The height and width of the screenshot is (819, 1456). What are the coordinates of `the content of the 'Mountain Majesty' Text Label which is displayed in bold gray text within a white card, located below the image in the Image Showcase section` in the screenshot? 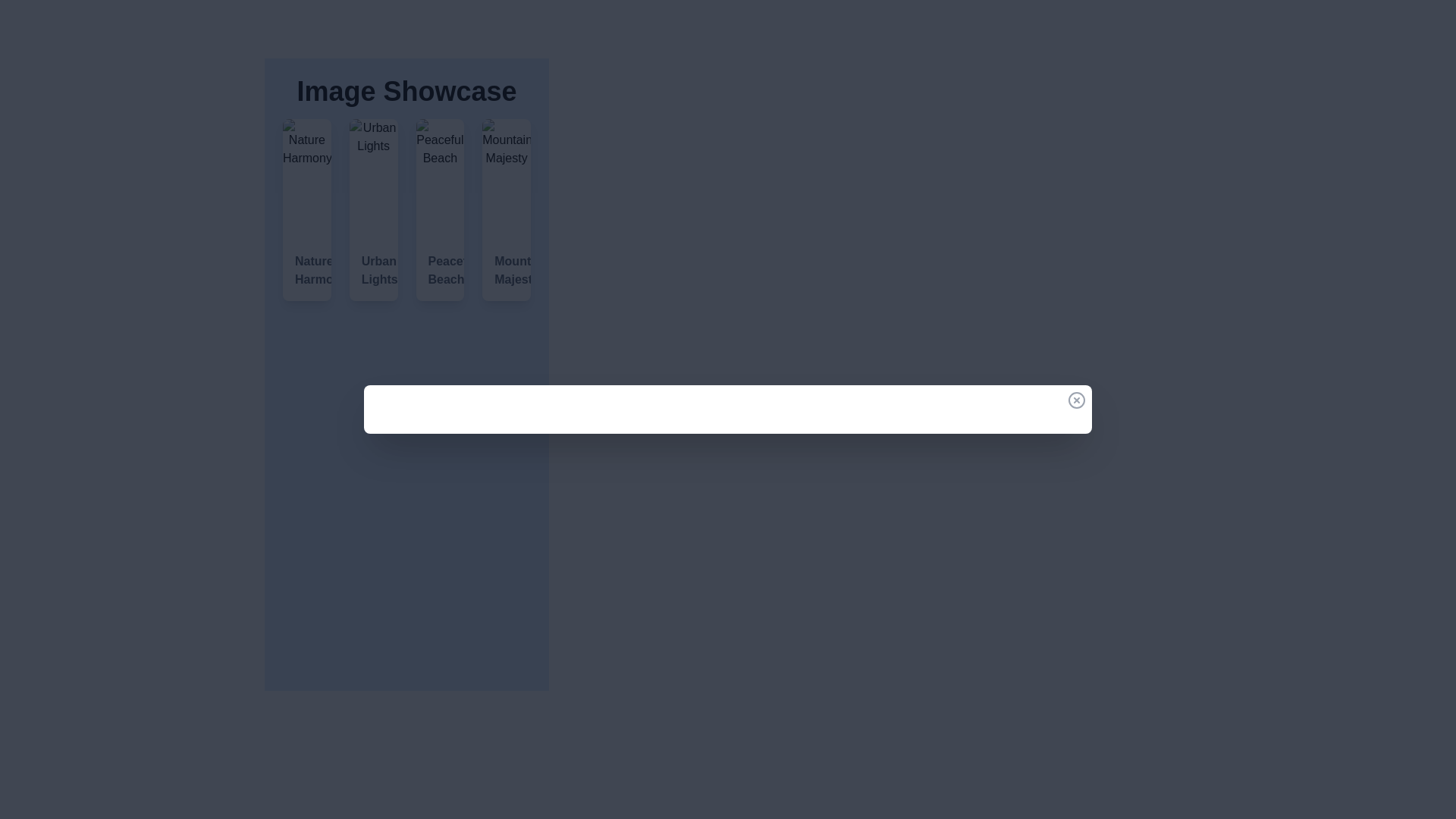 It's located at (507, 270).